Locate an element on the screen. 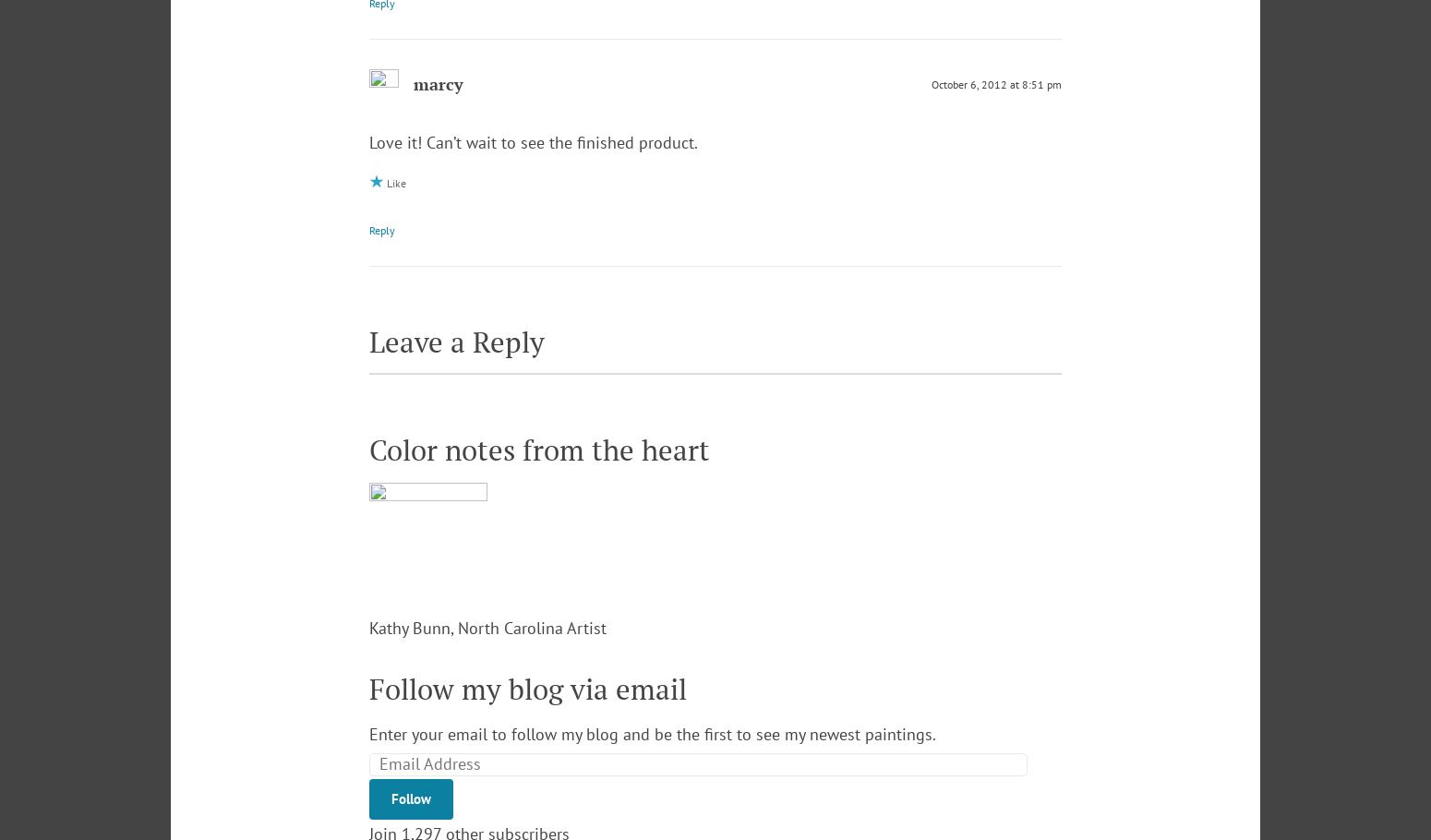 The width and height of the screenshot is (1431, 840). 'Kathy Bunn, North Carolina Artist' is located at coordinates (487, 779).